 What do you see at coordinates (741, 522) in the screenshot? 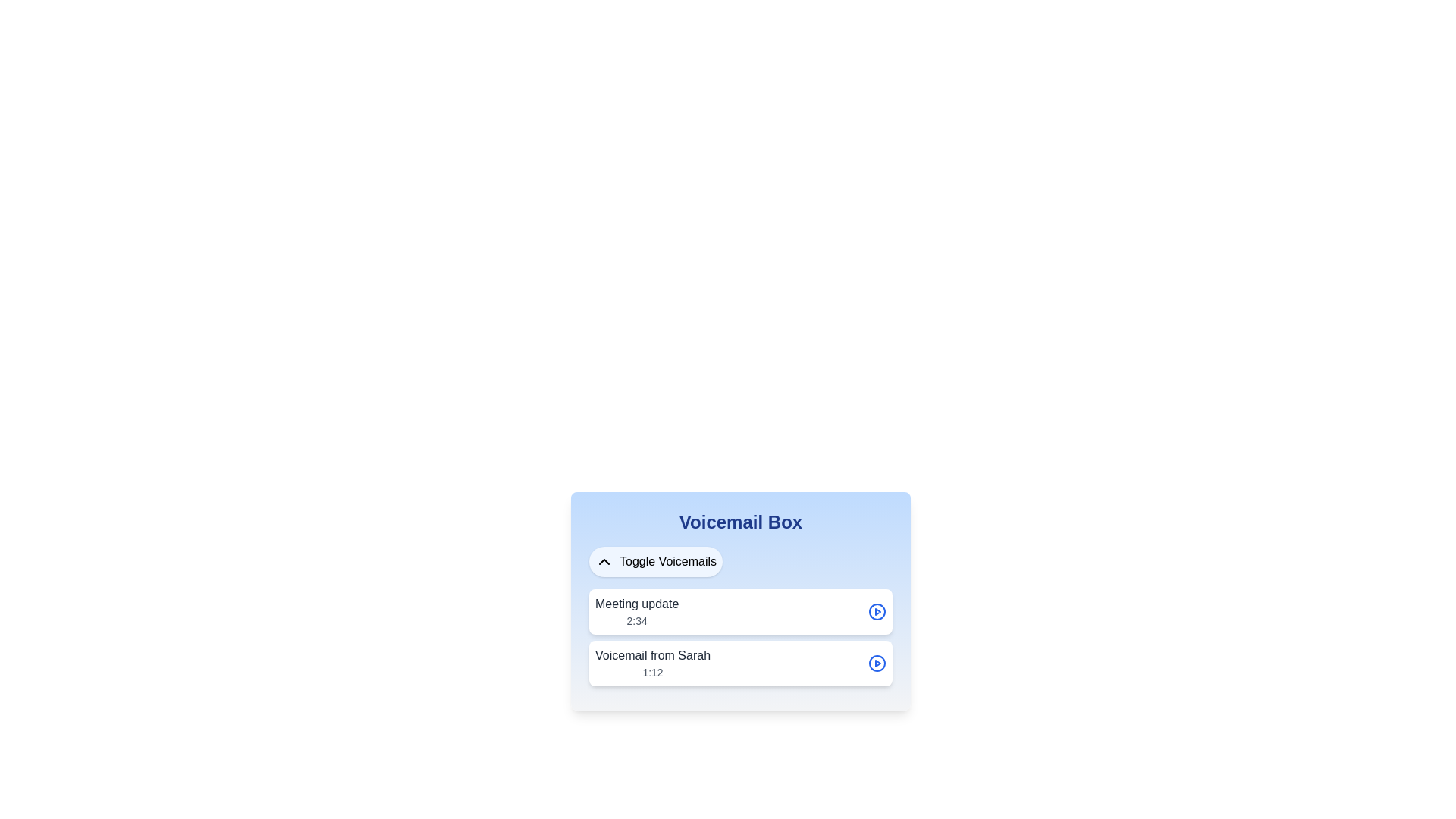
I see `the static text element that identifies the section as 'Voicemail Box', located above the 'Toggle Voicemails' button` at bounding box center [741, 522].